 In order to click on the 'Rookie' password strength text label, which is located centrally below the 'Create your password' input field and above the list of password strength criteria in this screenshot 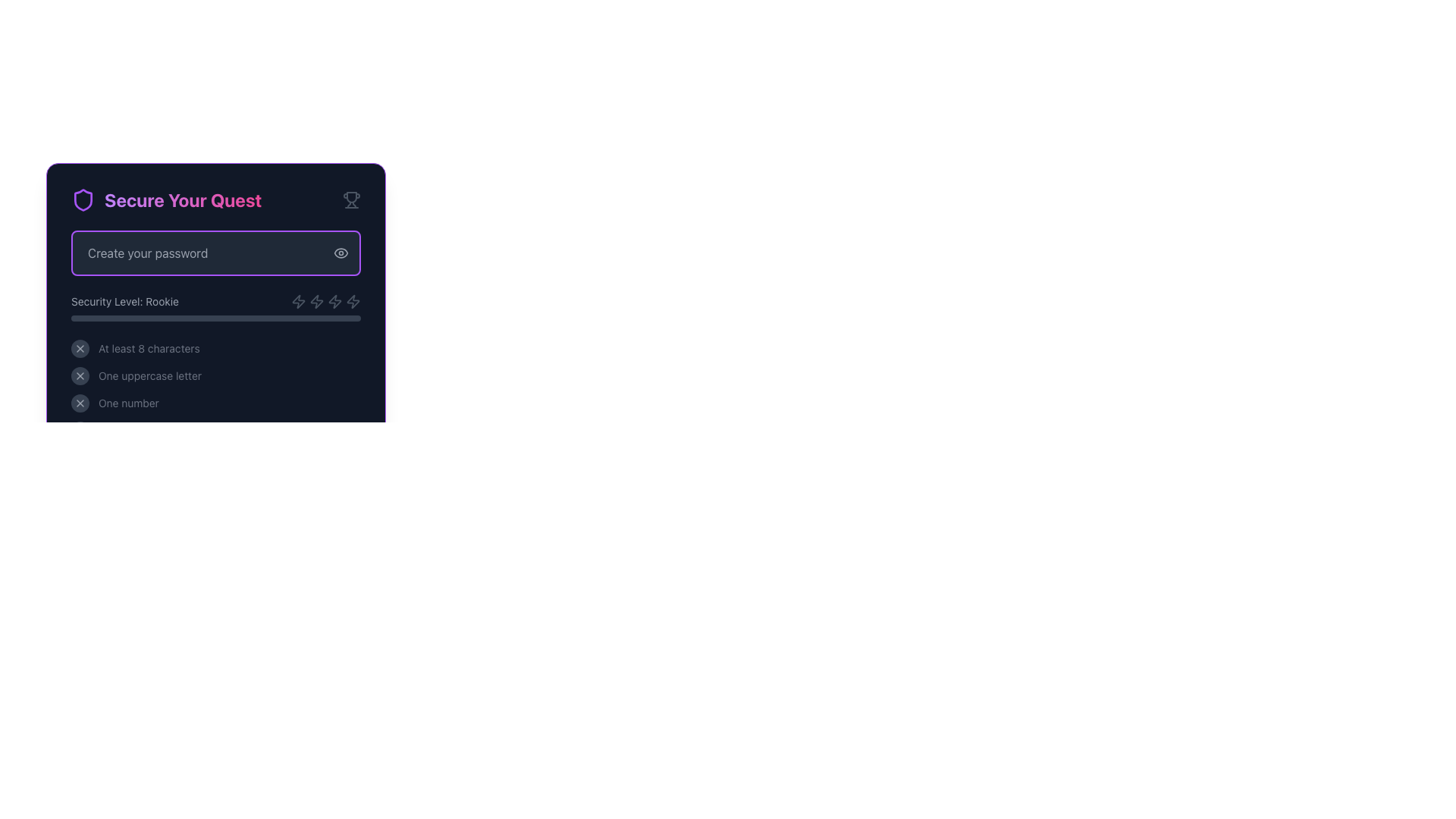, I will do `click(215, 307)`.